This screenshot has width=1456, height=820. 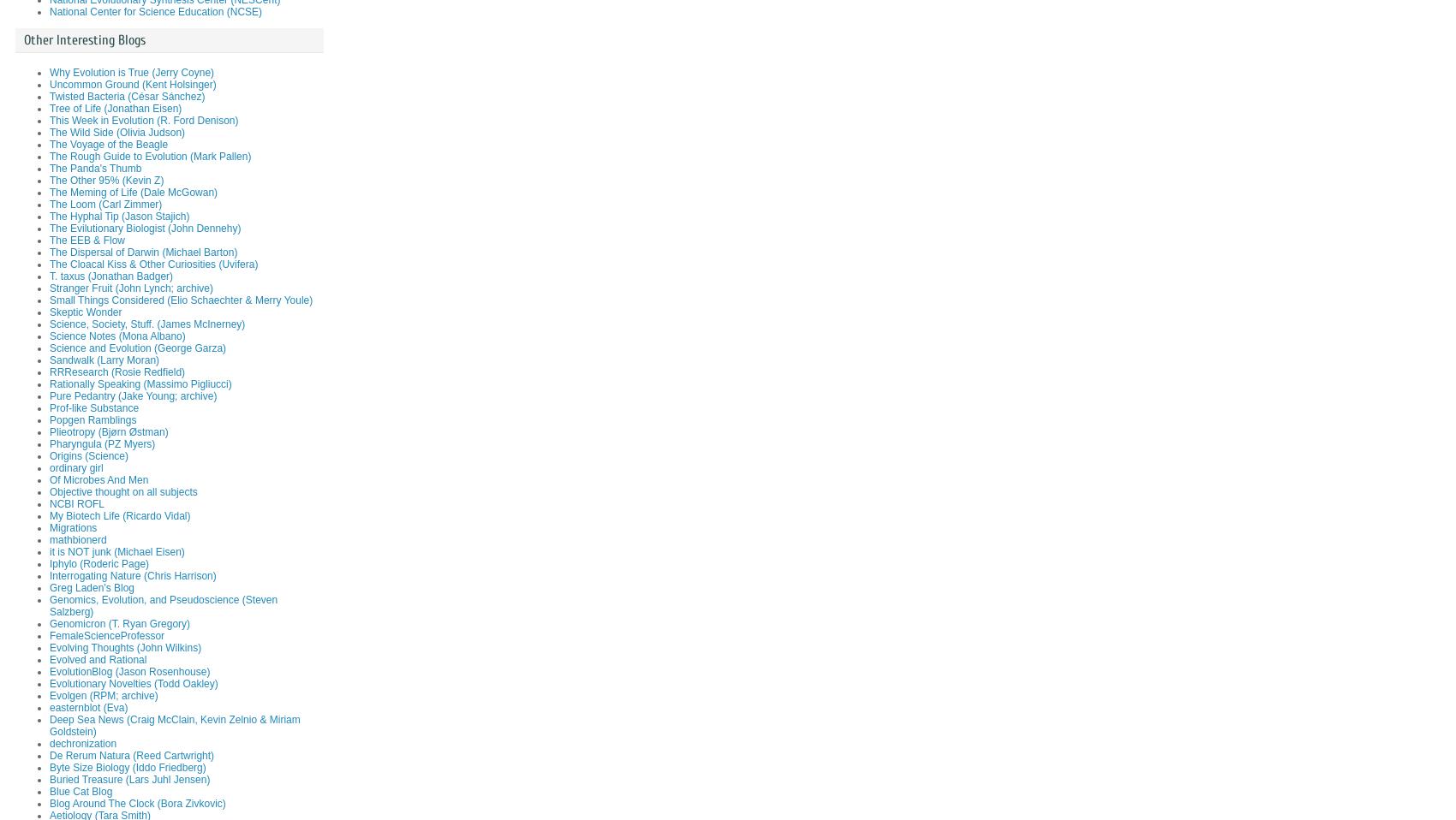 What do you see at coordinates (84, 39) in the screenshot?
I see `'Other Interesting Blogs'` at bounding box center [84, 39].